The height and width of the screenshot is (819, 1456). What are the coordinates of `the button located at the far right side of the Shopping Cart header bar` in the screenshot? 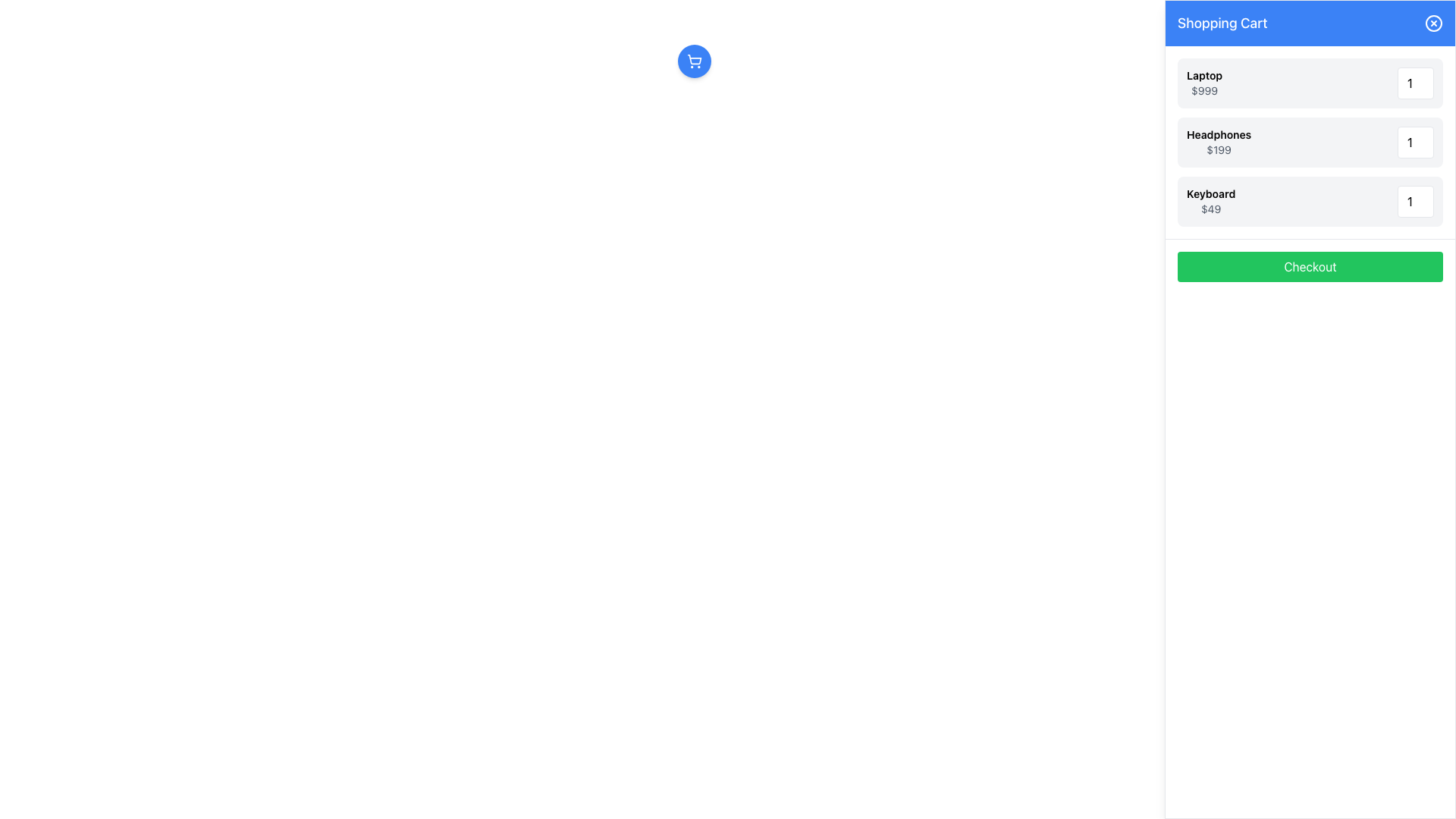 It's located at (1433, 23).